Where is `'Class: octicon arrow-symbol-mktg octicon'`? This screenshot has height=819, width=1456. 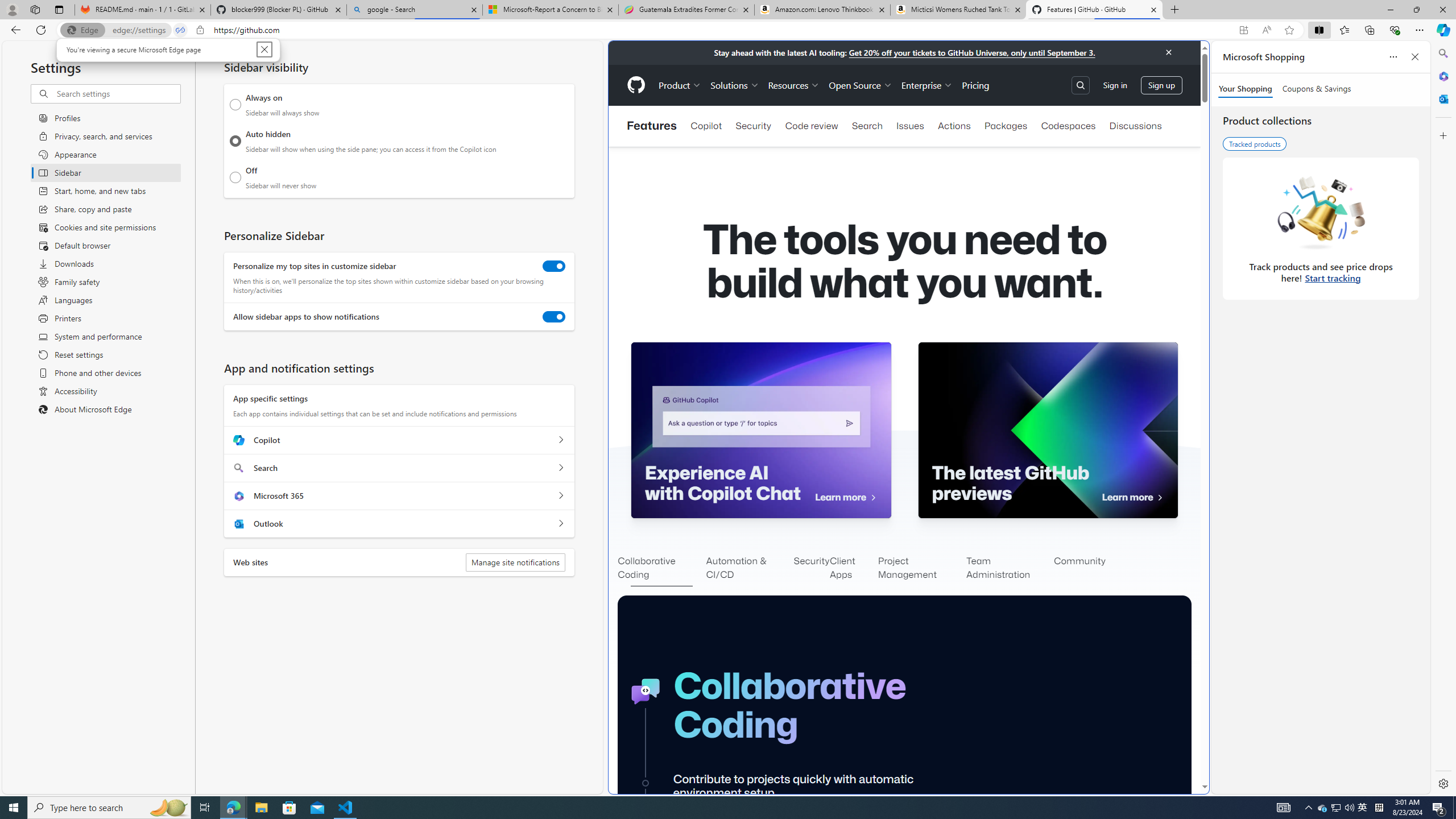 'Class: octicon arrow-symbol-mktg octicon' is located at coordinates (1159, 497).